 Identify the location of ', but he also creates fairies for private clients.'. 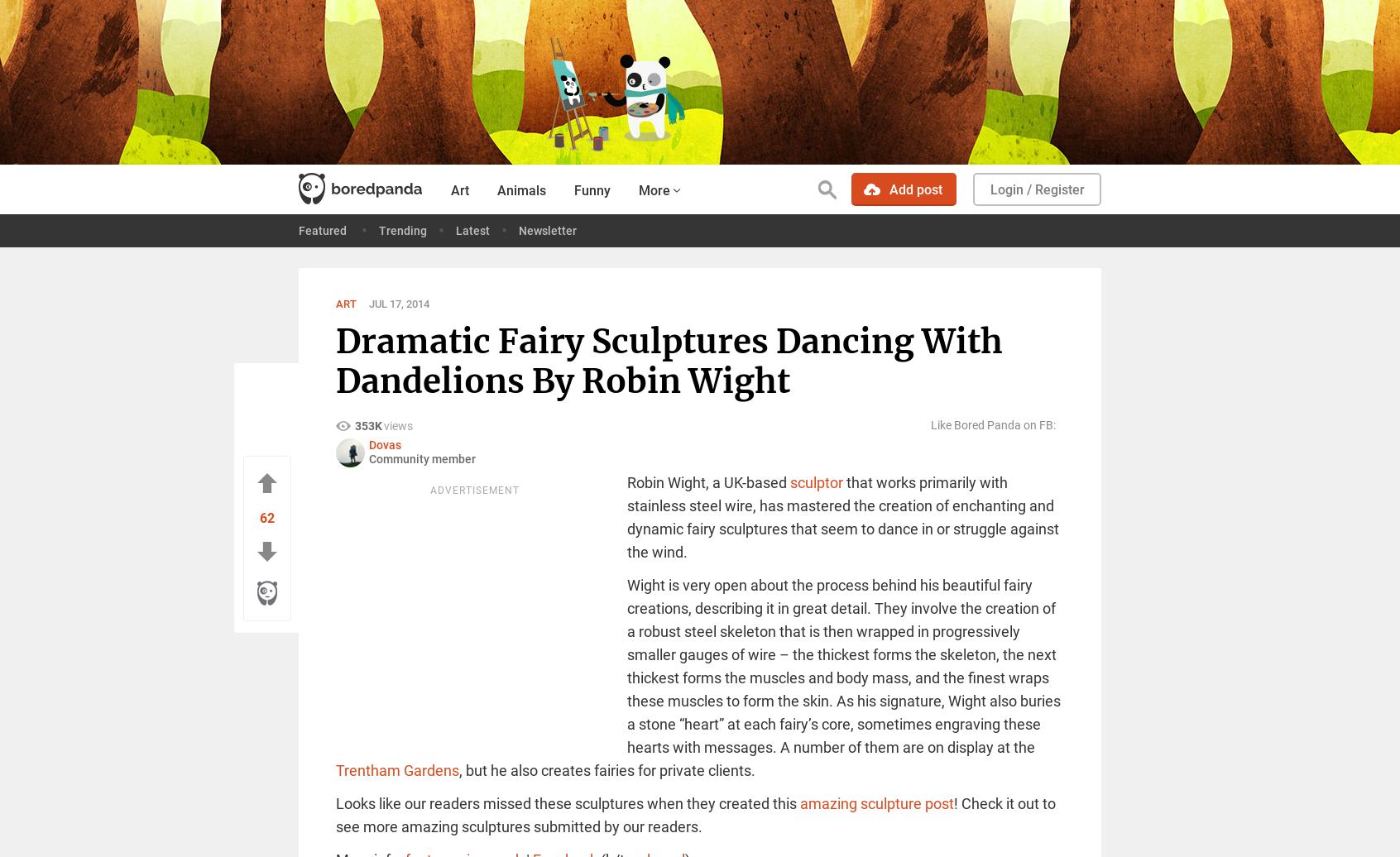
(606, 769).